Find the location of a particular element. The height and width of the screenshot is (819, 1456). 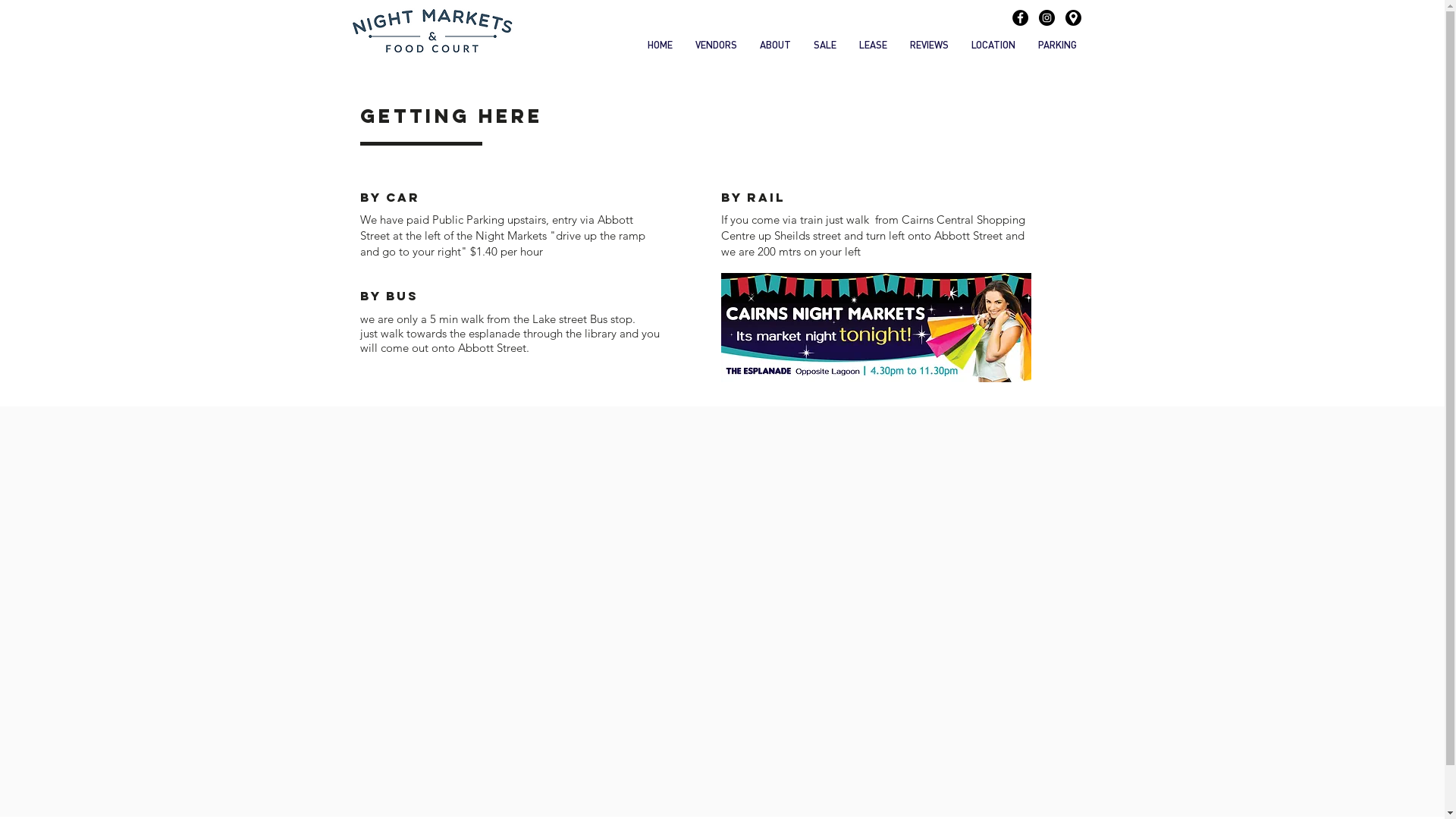

'LOCATION' is located at coordinates (993, 43).